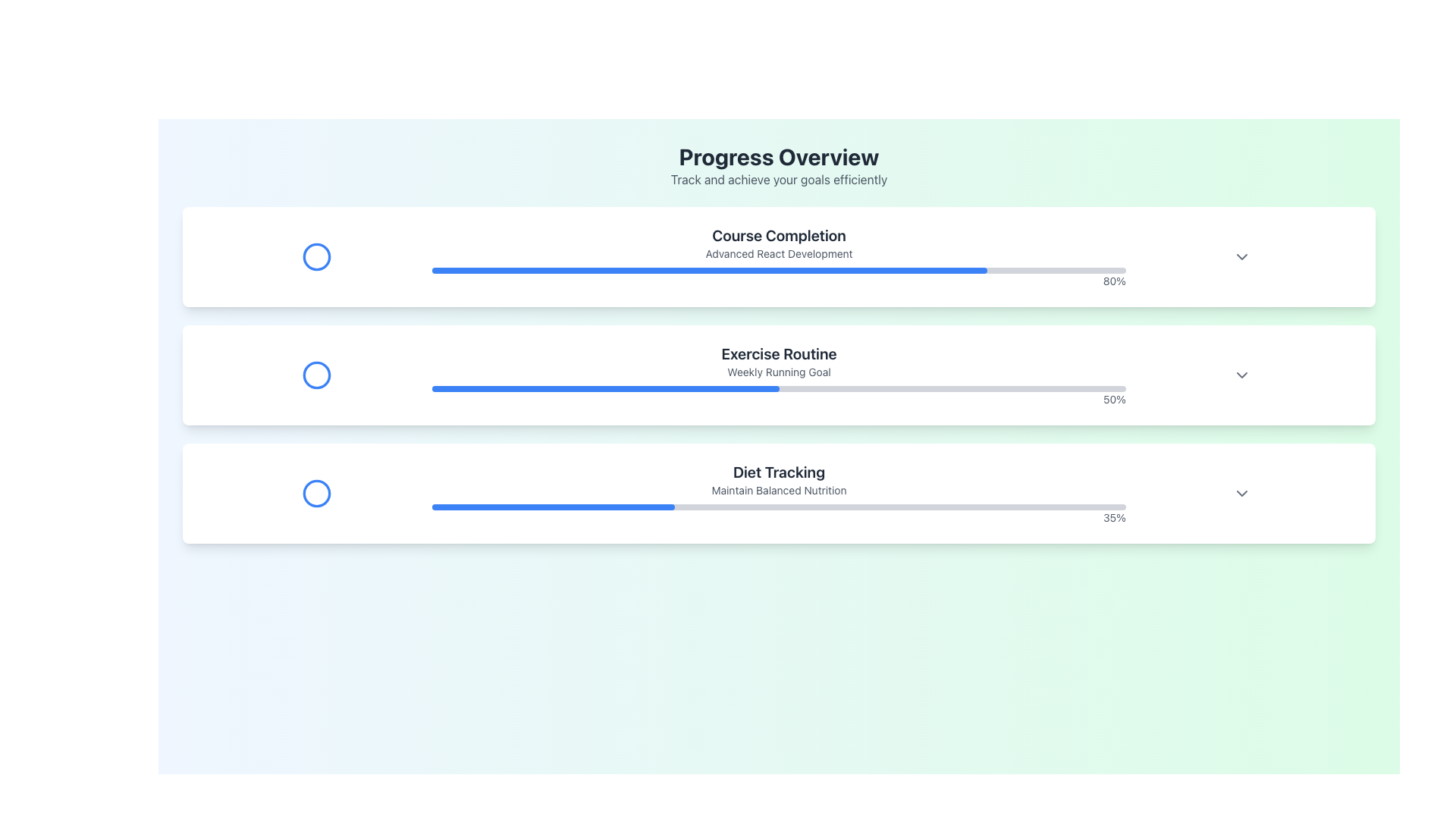 Image resolution: width=1456 pixels, height=819 pixels. Describe the element at coordinates (779, 281) in the screenshot. I see `the Text Display (Percentage Value) located in the 'Course Completion' progress card, positioned to the far right of the progress bar adjacent to the completed blue portion` at that location.